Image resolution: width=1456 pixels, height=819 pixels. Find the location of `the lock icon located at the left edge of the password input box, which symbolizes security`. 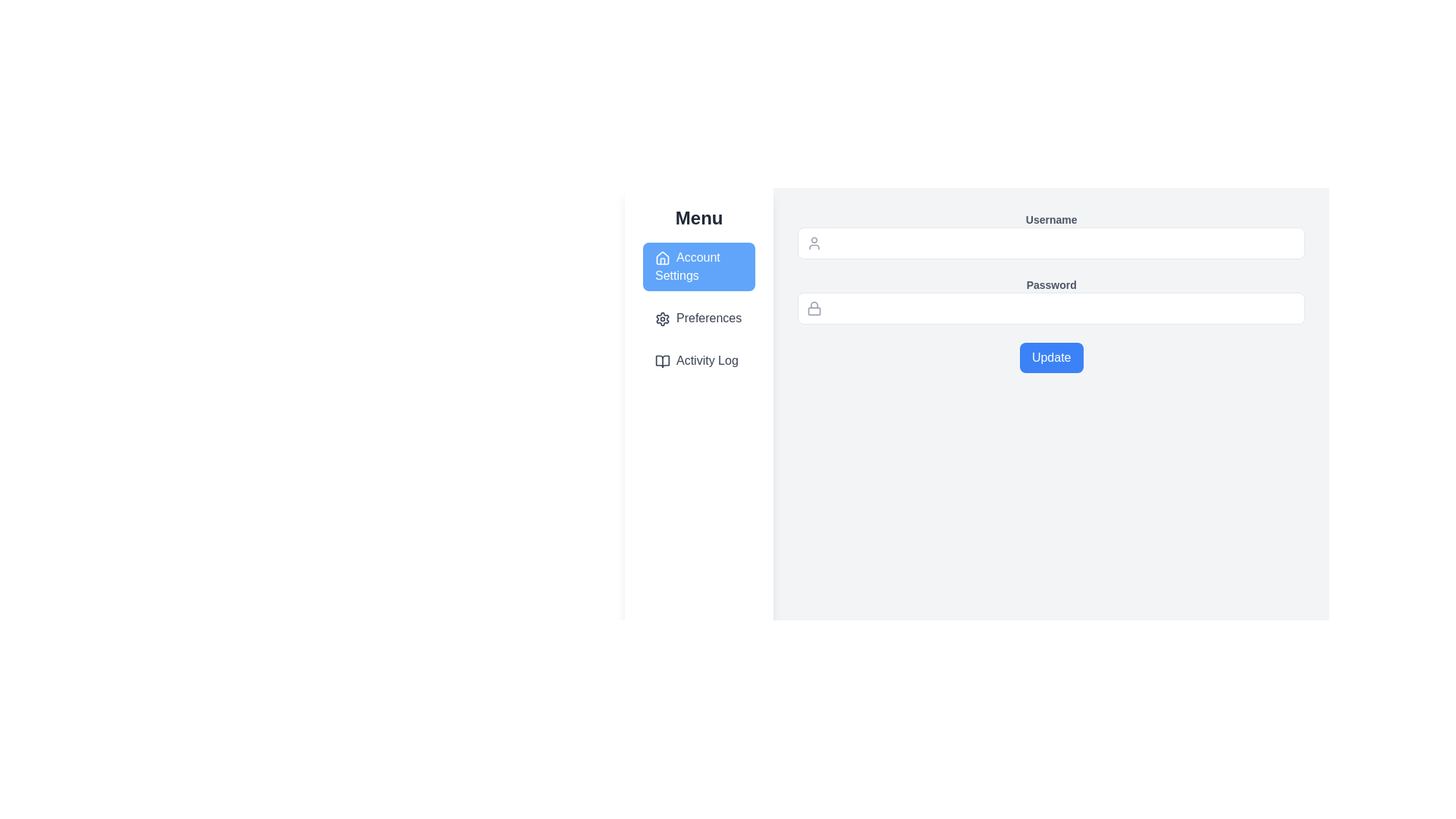

the lock icon located at the left edge of the password input box, which symbolizes security is located at coordinates (814, 308).